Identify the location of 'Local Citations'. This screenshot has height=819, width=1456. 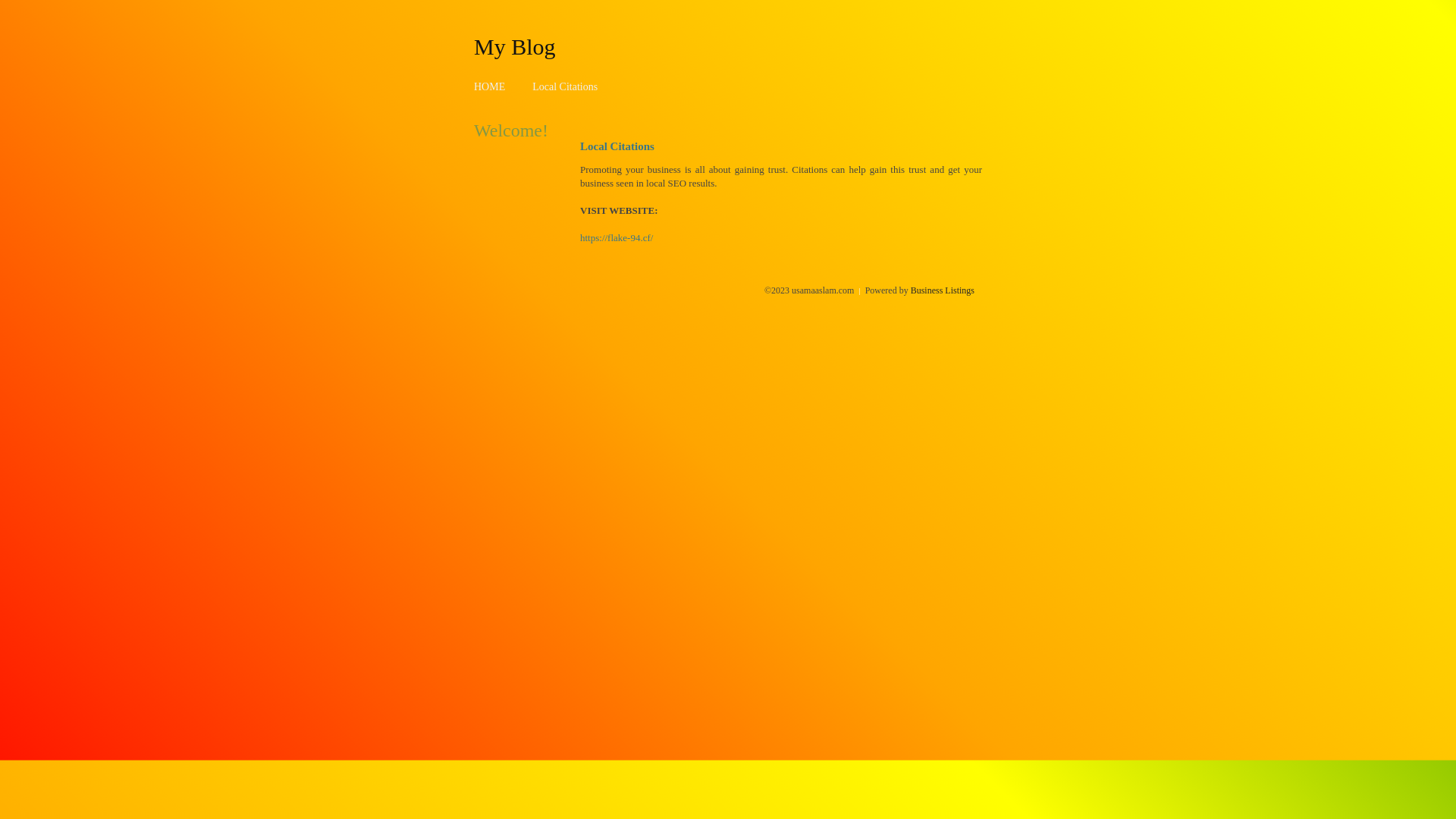
(532, 86).